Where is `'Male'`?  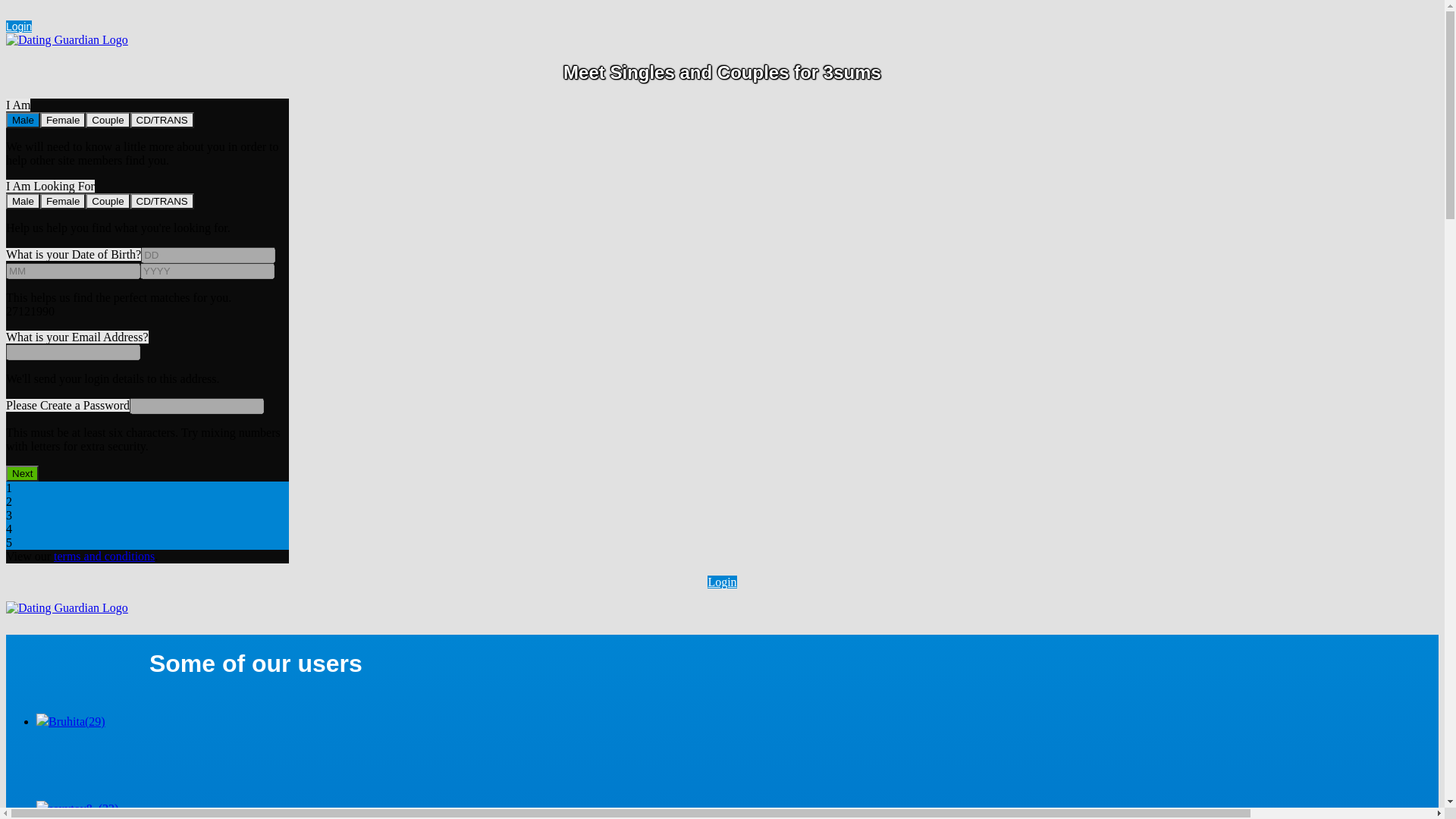
'Male' is located at coordinates (23, 119).